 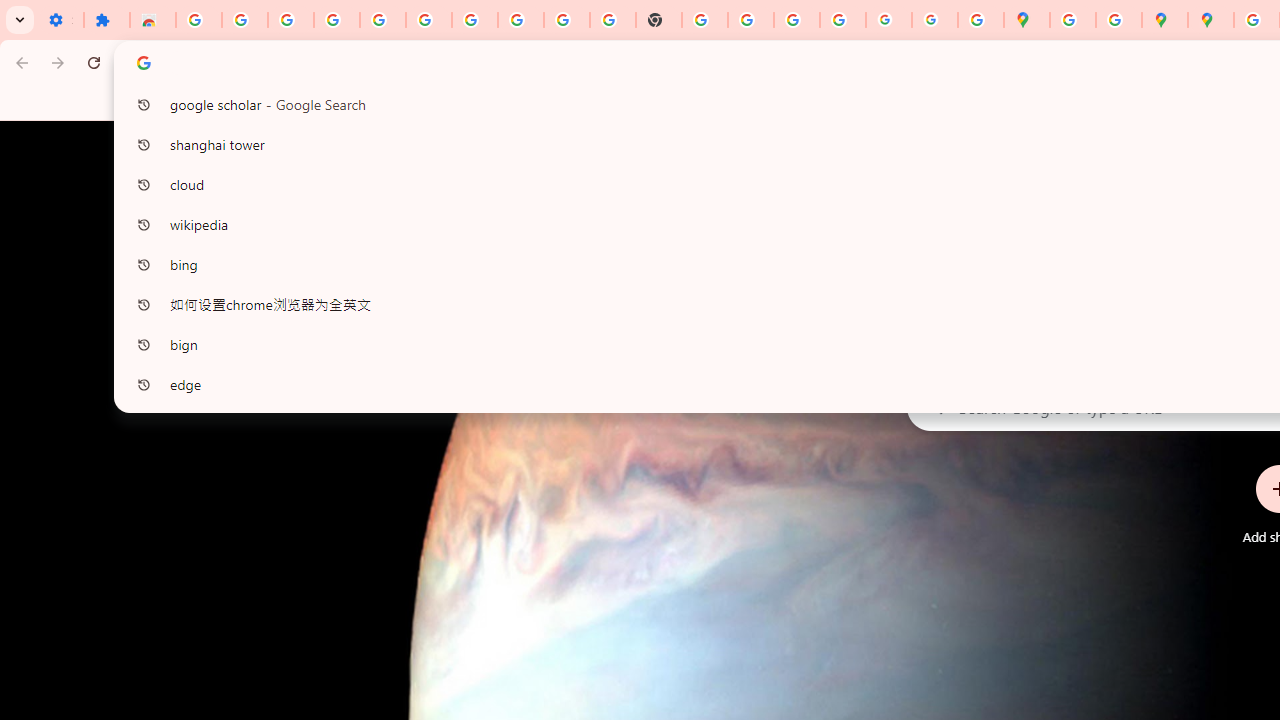 What do you see at coordinates (659, 20) in the screenshot?
I see `'New Tab'` at bounding box center [659, 20].